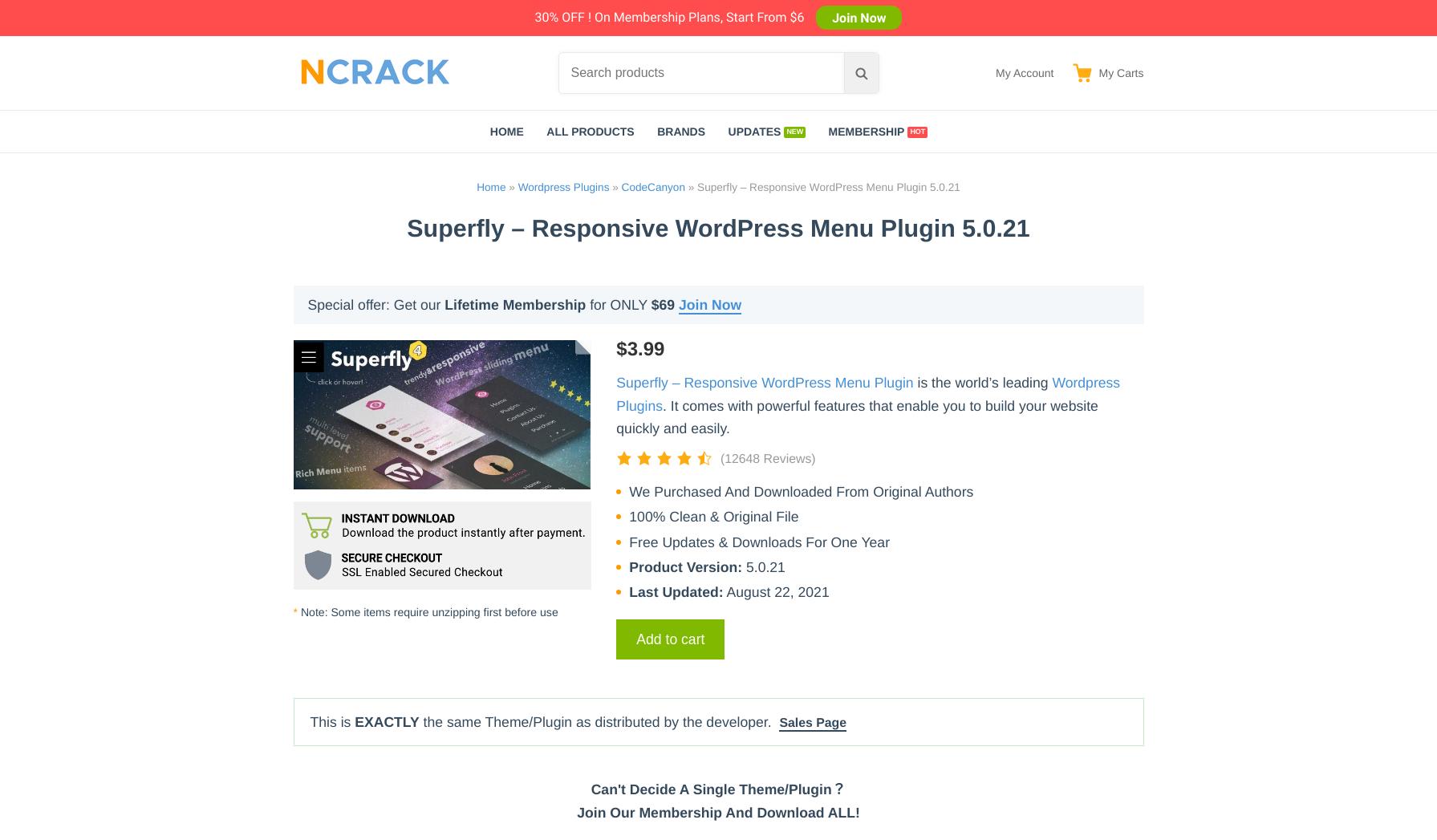 This screenshot has width=1437, height=840. I want to click on '5.0.21', so click(762, 565).